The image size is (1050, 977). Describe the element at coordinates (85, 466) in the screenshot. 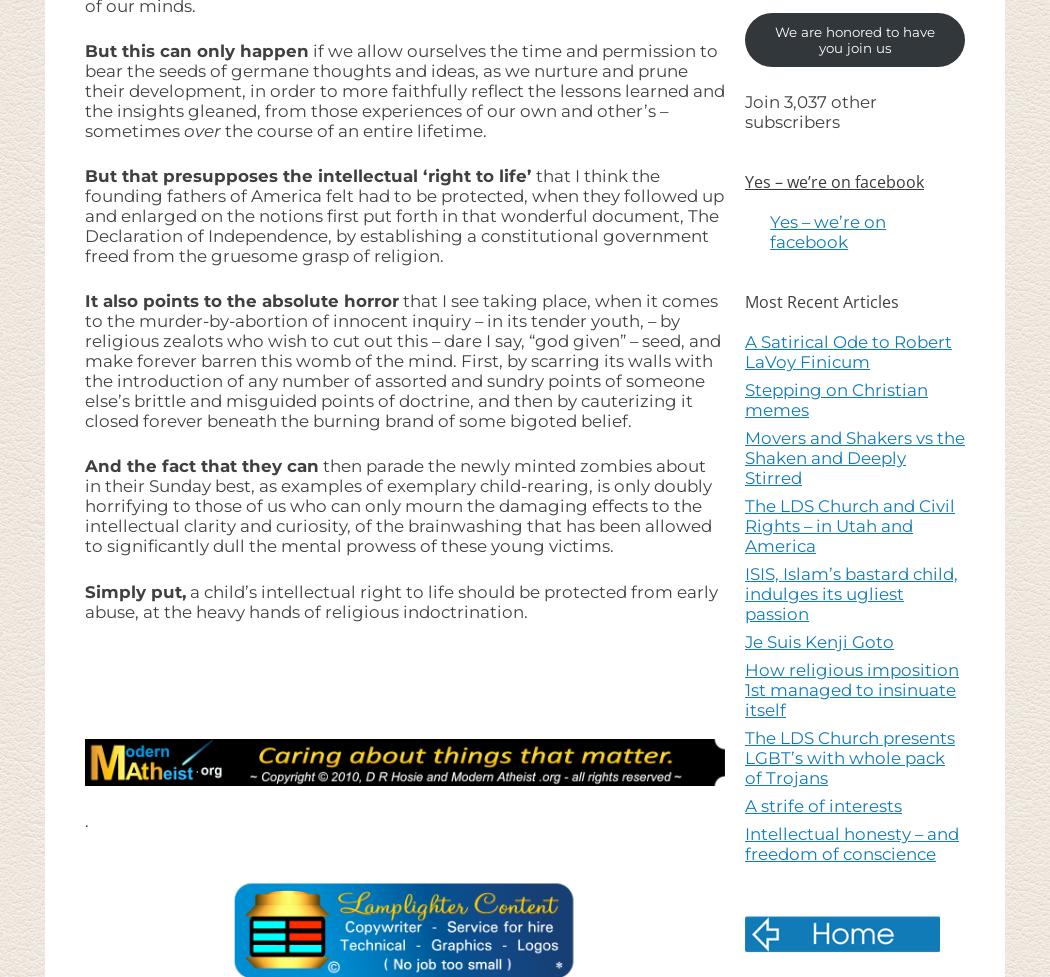

I see `'And the fact that they can'` at that location.